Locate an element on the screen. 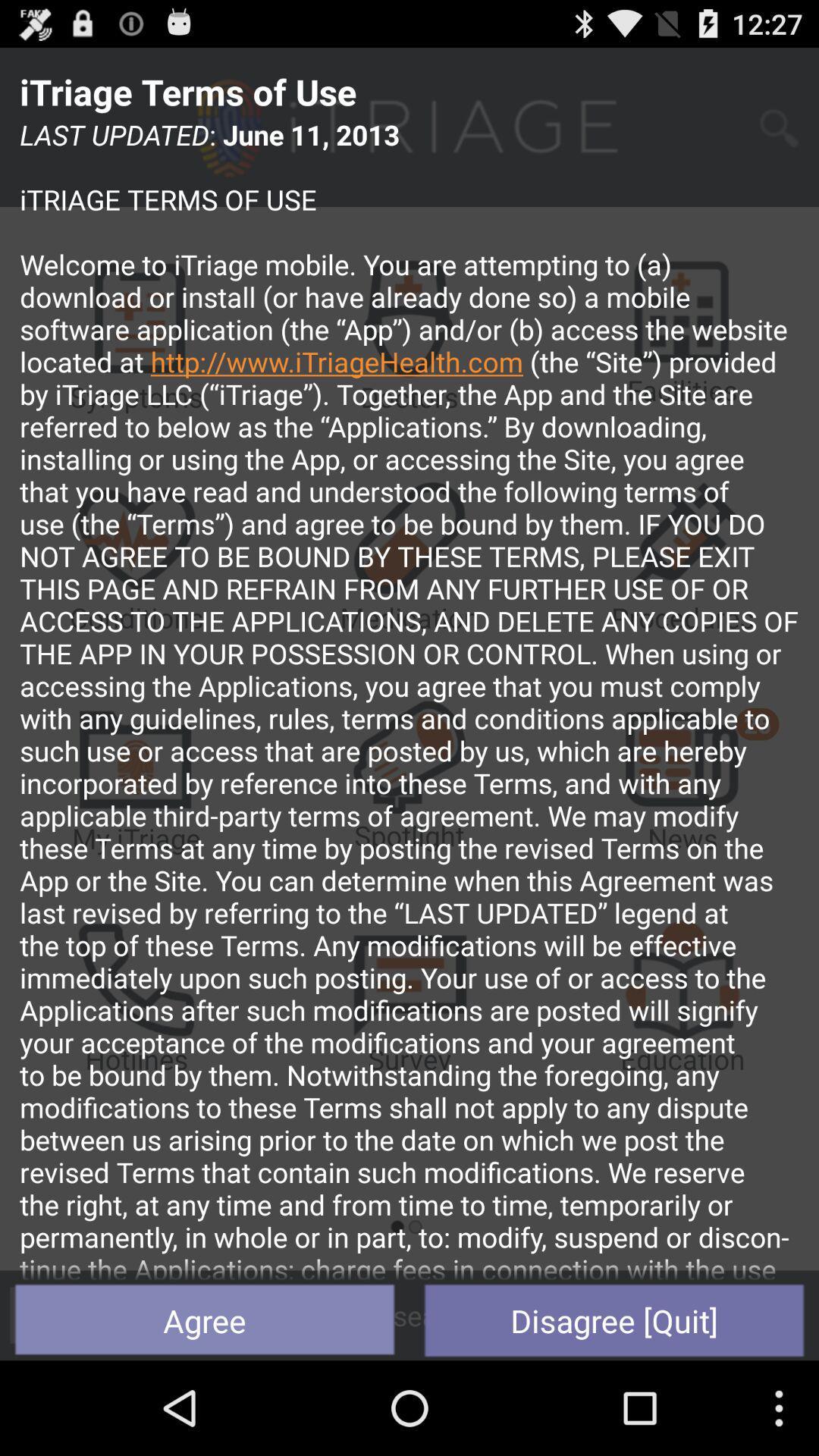 The image size is (819, 1456). disagree [quit] is located at coordinates (614, 1319).